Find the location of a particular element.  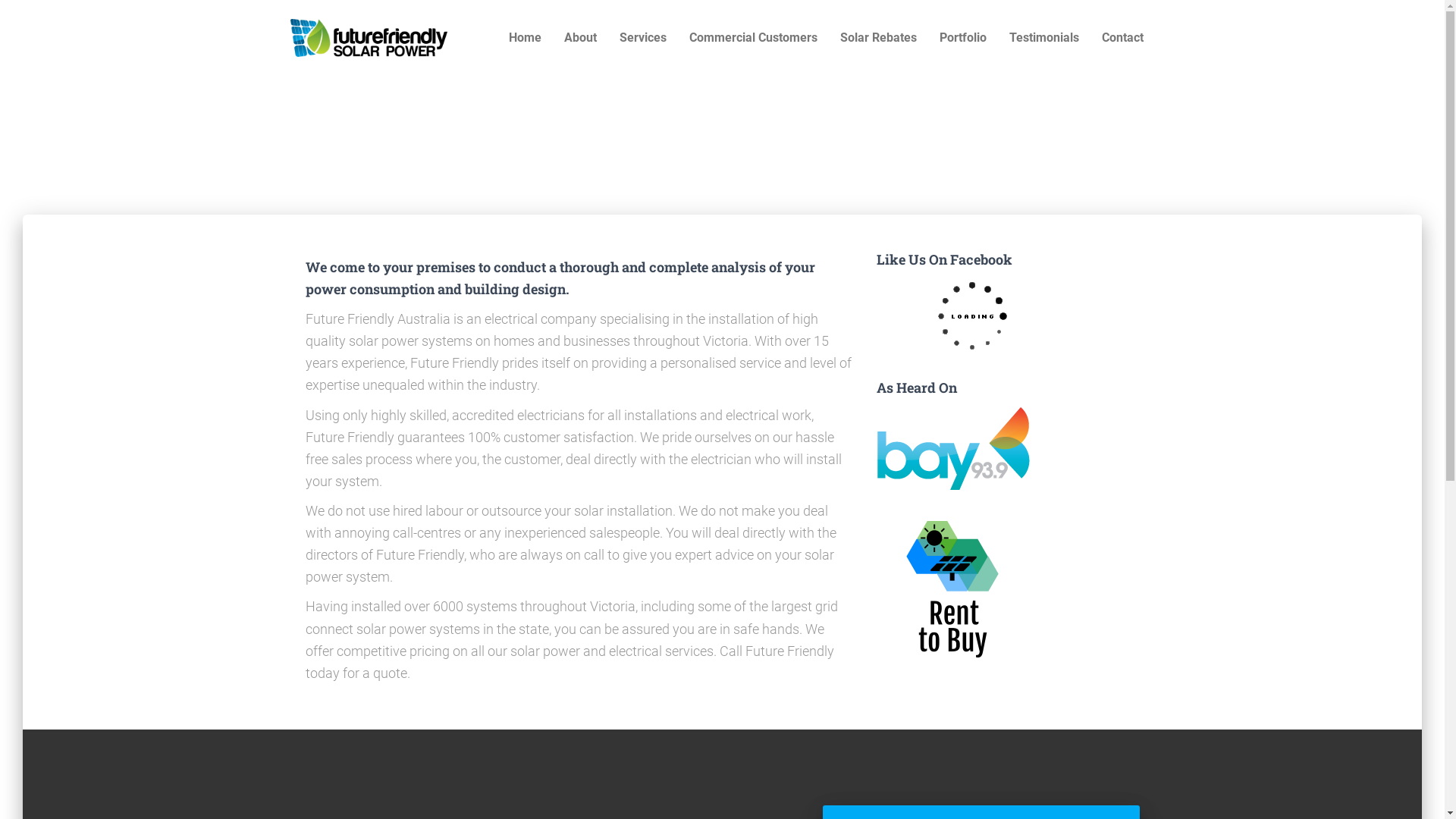

'Services' is located at coordinates (643, 37).